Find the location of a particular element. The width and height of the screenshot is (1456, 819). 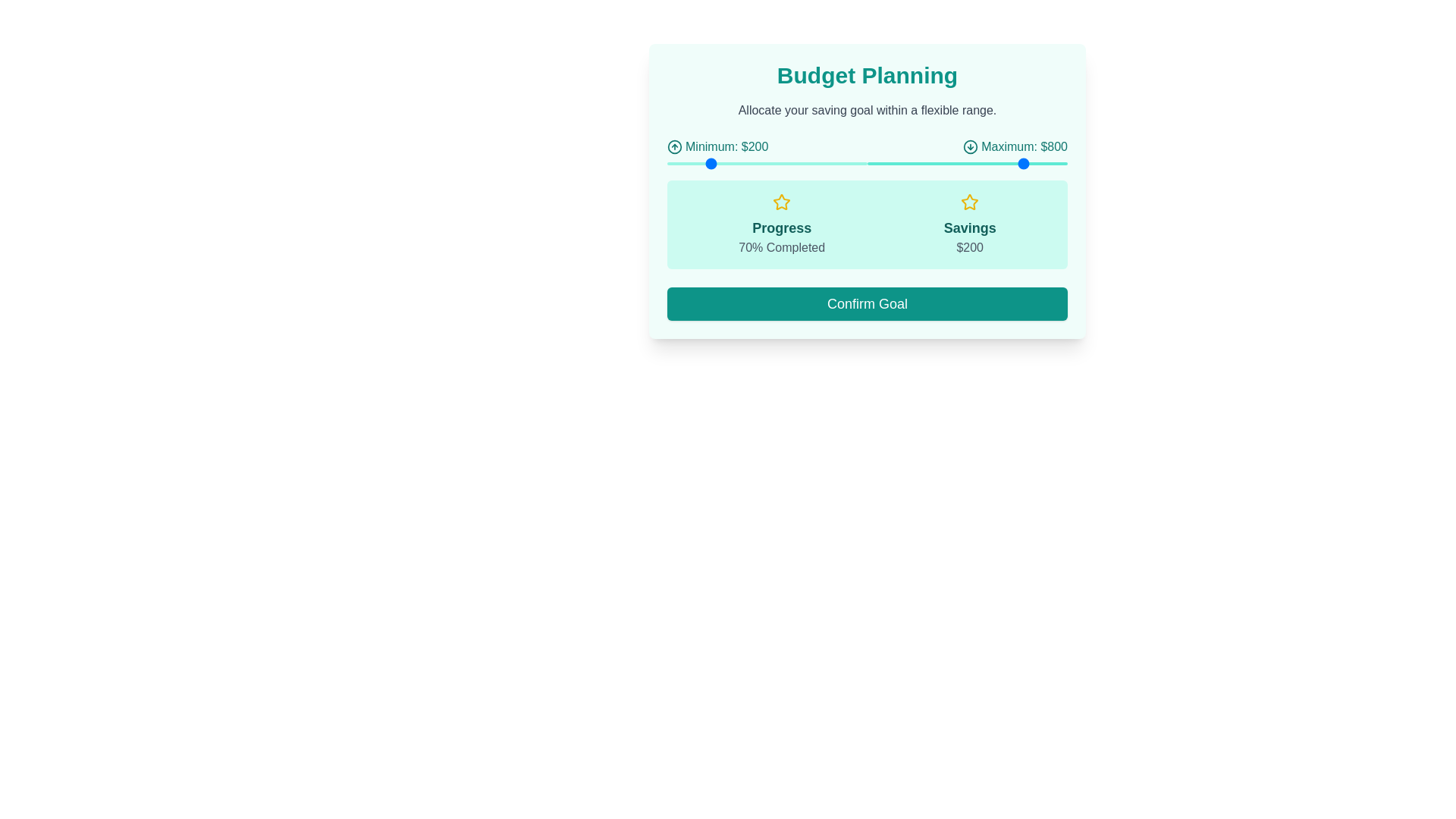

the 'Savings' text label, which is displayed in a bold teal font and positioned above the monetary value '$200' is located at coordinates (969, 227).